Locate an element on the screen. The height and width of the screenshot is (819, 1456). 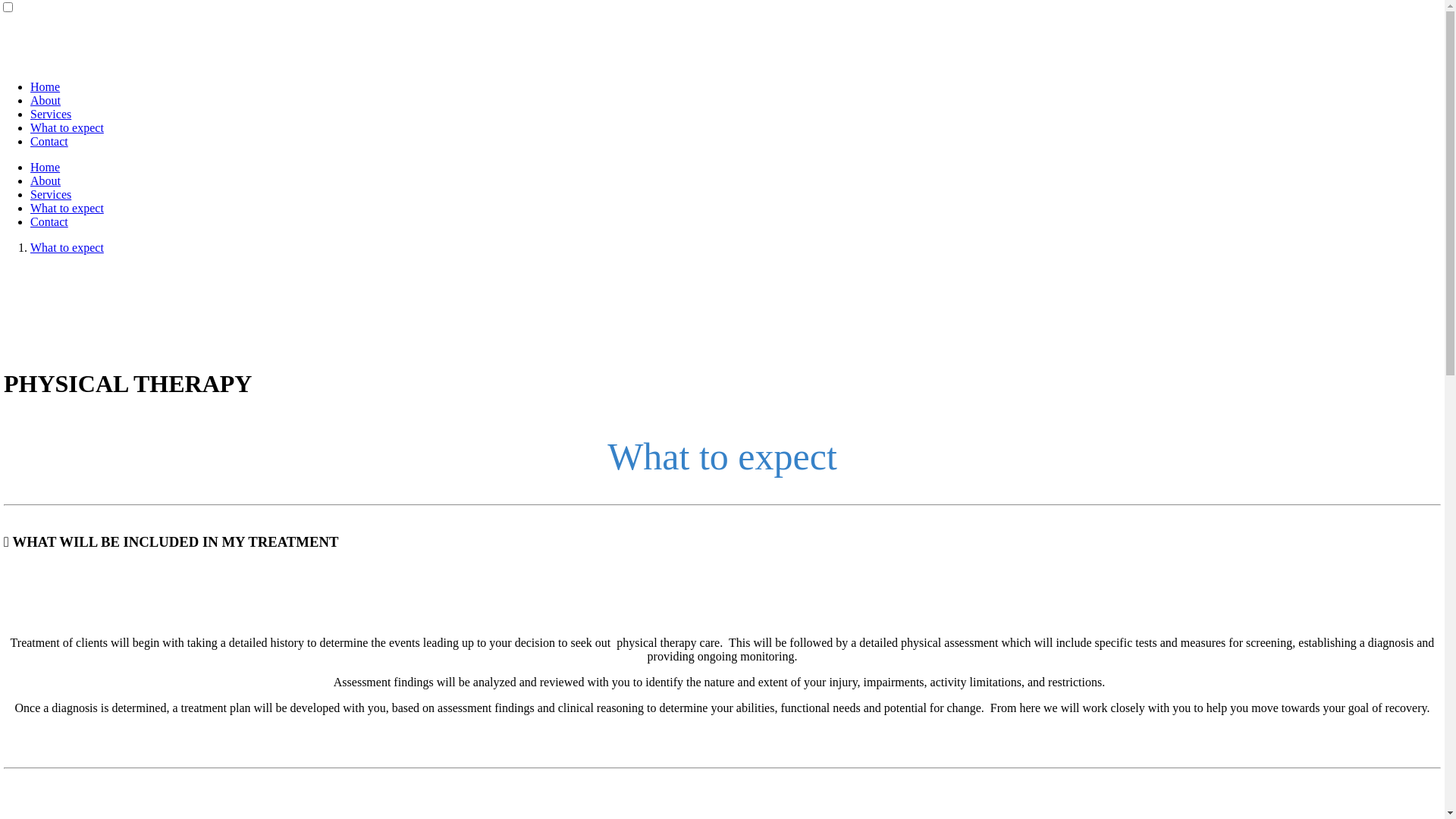
'Services' is located at coordinates (30, 113).